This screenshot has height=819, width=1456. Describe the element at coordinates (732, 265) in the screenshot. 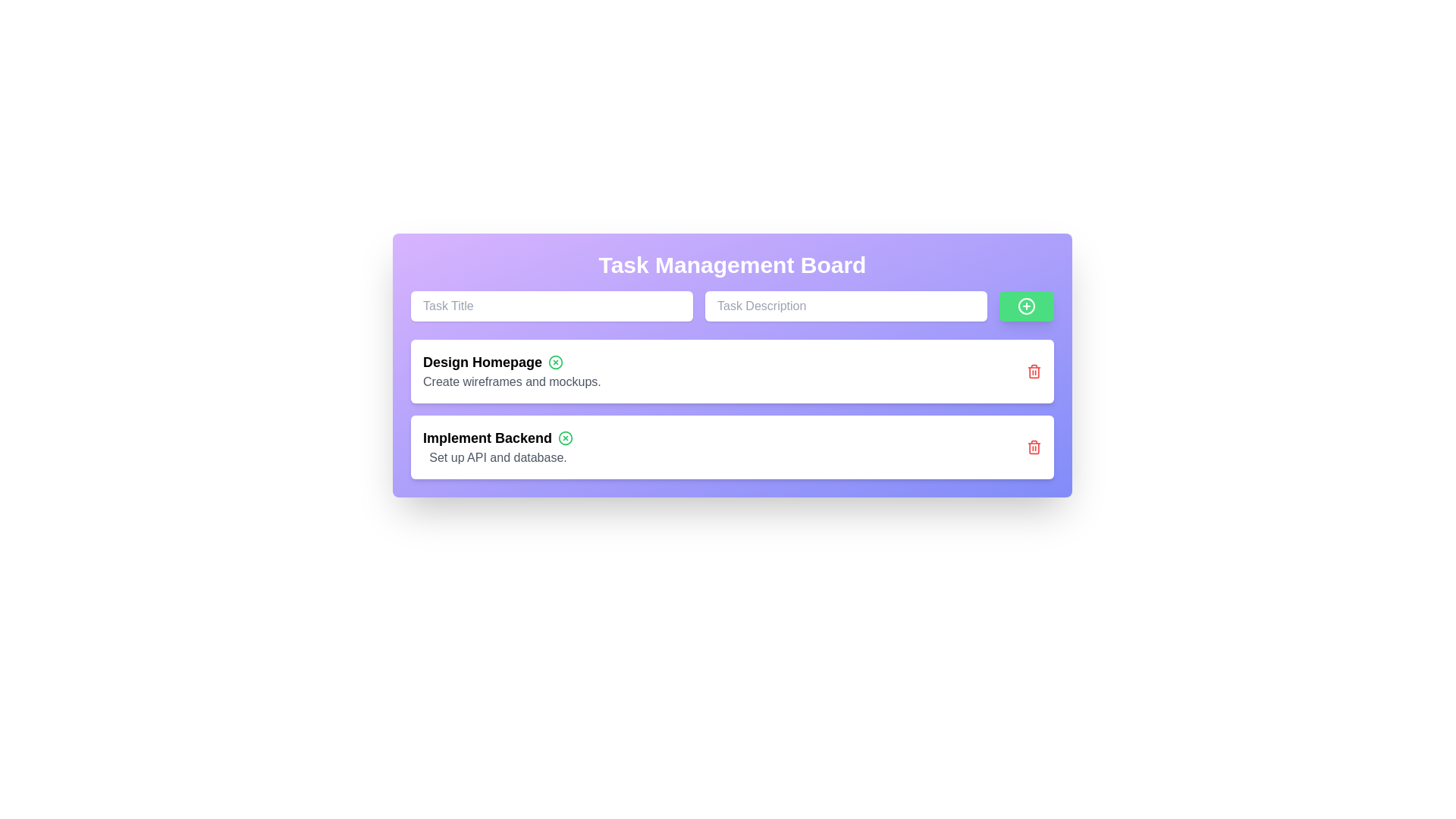

I see `the Static Label or Header that serves as a title for the task management application, positioned above the input fields for 'Task Title' and 'Task Description'` at that location.